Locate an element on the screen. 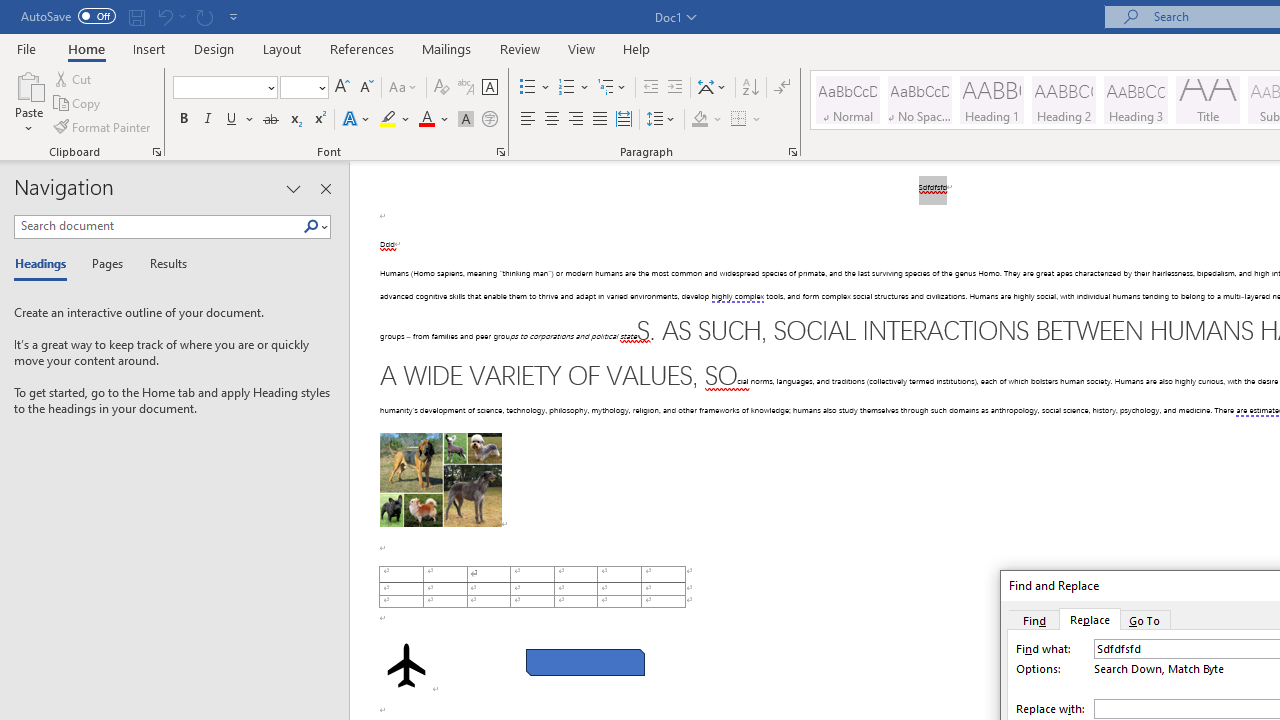 The height and width of the screenshot is (720, 1280). 'Headings' is located at coordinates (45, 264).